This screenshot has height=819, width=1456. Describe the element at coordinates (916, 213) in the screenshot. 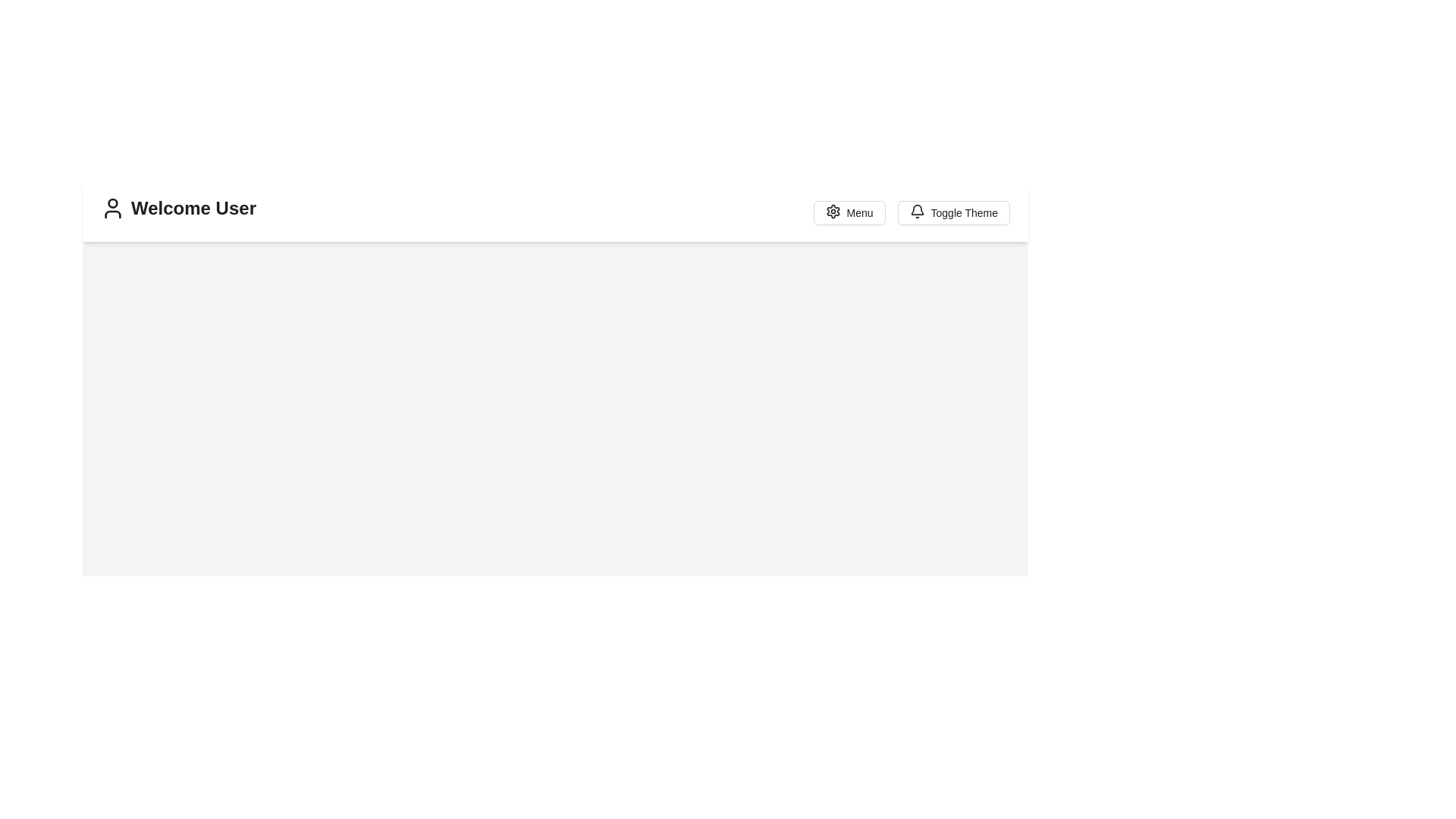

I see `the bell-shaped icon within the 'Toggle Theme' button, which is positioned to the left of the text label` at that location.